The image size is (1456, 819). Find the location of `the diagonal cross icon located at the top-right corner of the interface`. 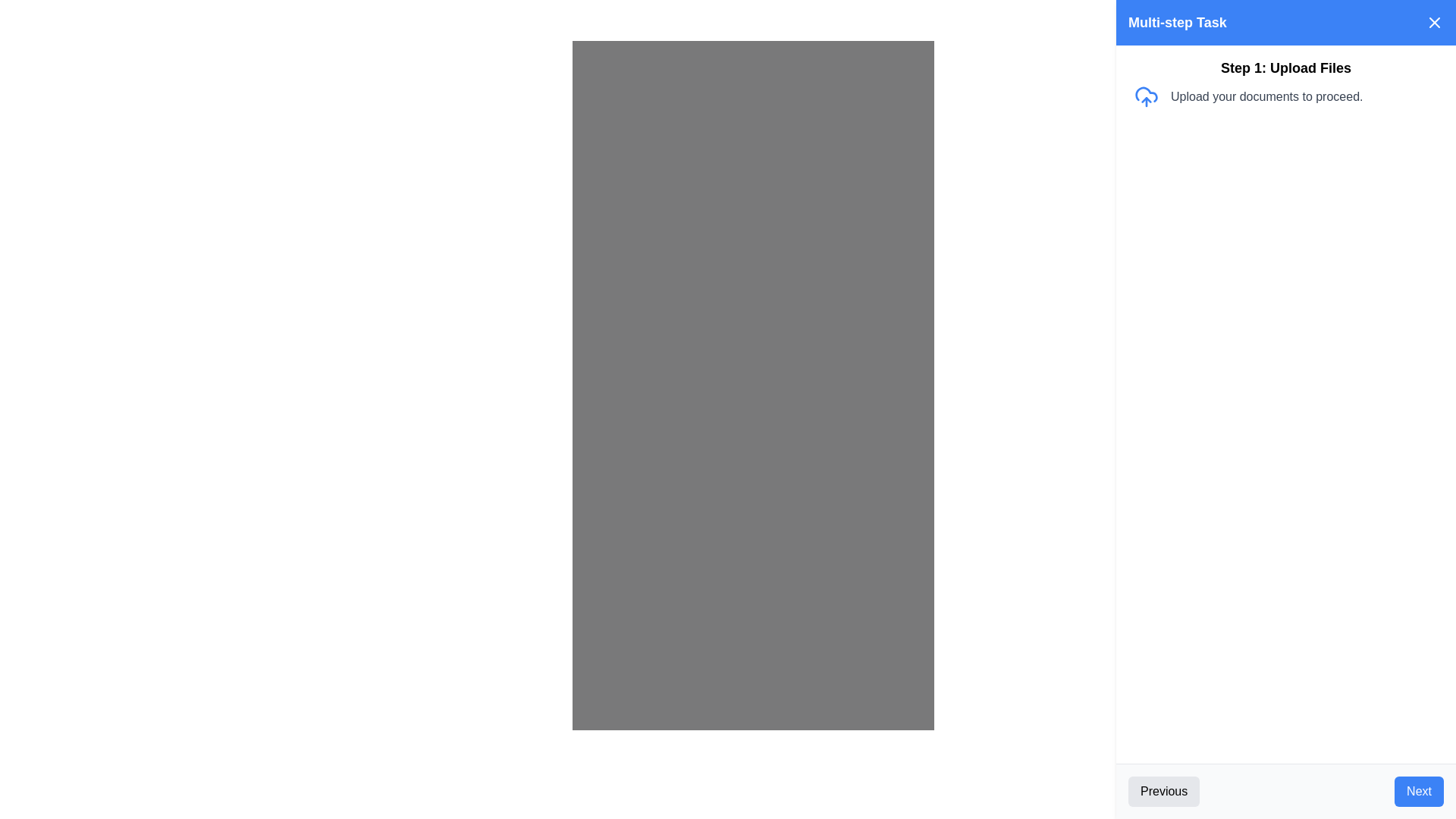

the diagonal cross icon located at the top-right corner of the interface is located at coordinates (1433, 23).